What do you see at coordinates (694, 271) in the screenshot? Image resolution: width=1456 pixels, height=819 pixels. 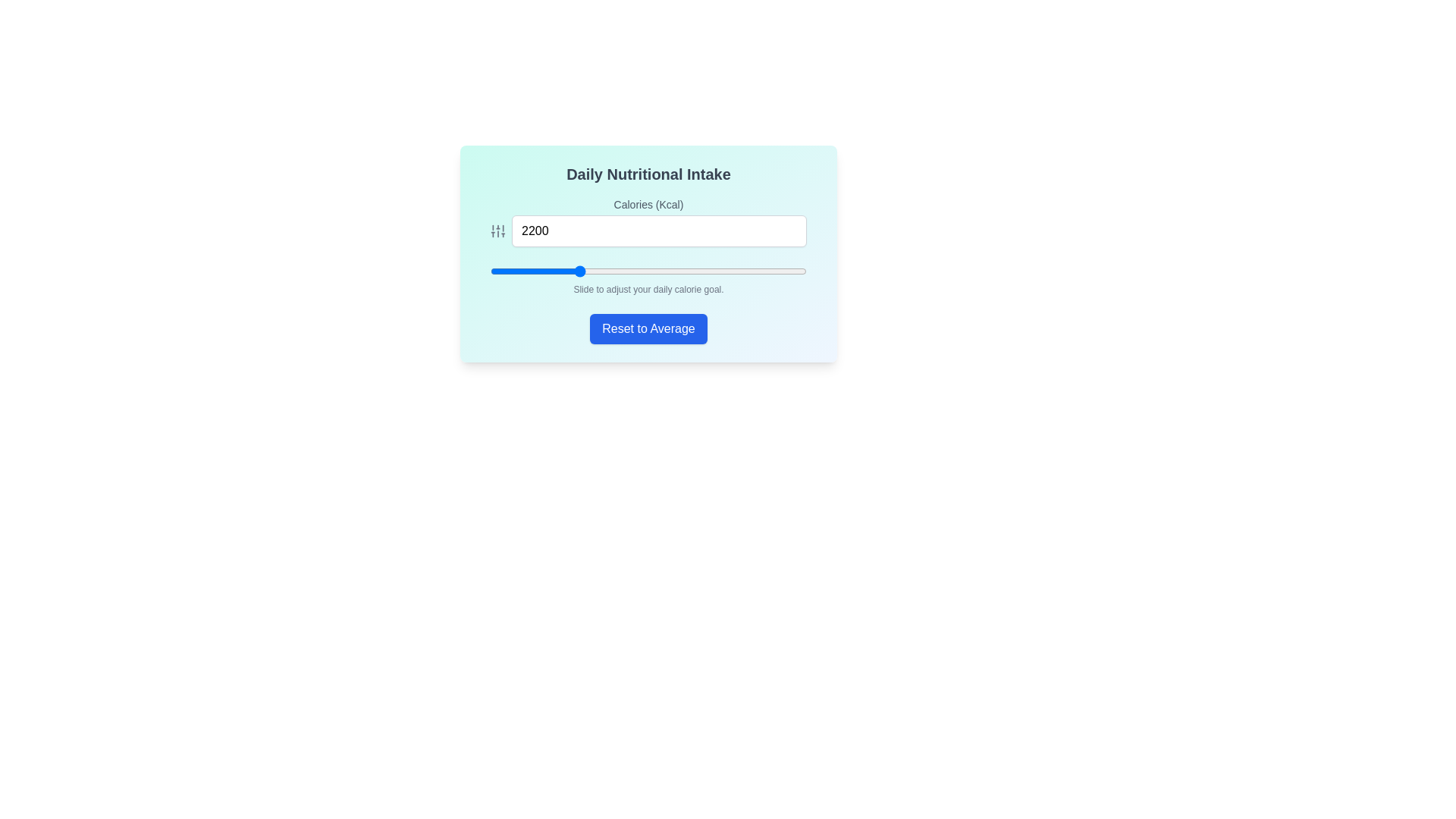 I see `daily calorie intake goal` at bounding box center [694, 271].